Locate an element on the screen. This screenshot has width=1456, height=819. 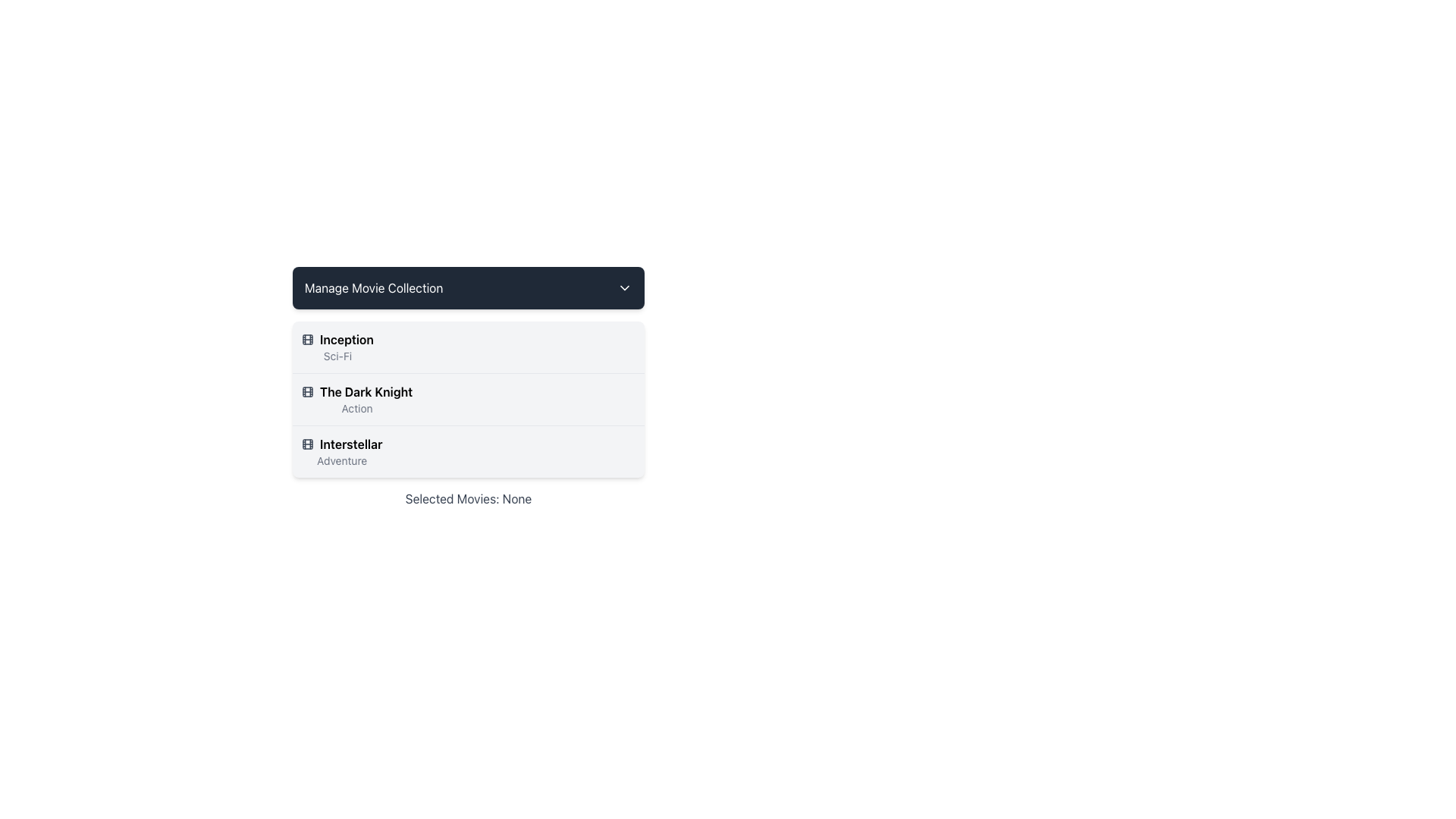
to select the movie entry titled 'Inception' in the movie list below the header 'Manage Movie Collection' is located at coordinates (337, 347).